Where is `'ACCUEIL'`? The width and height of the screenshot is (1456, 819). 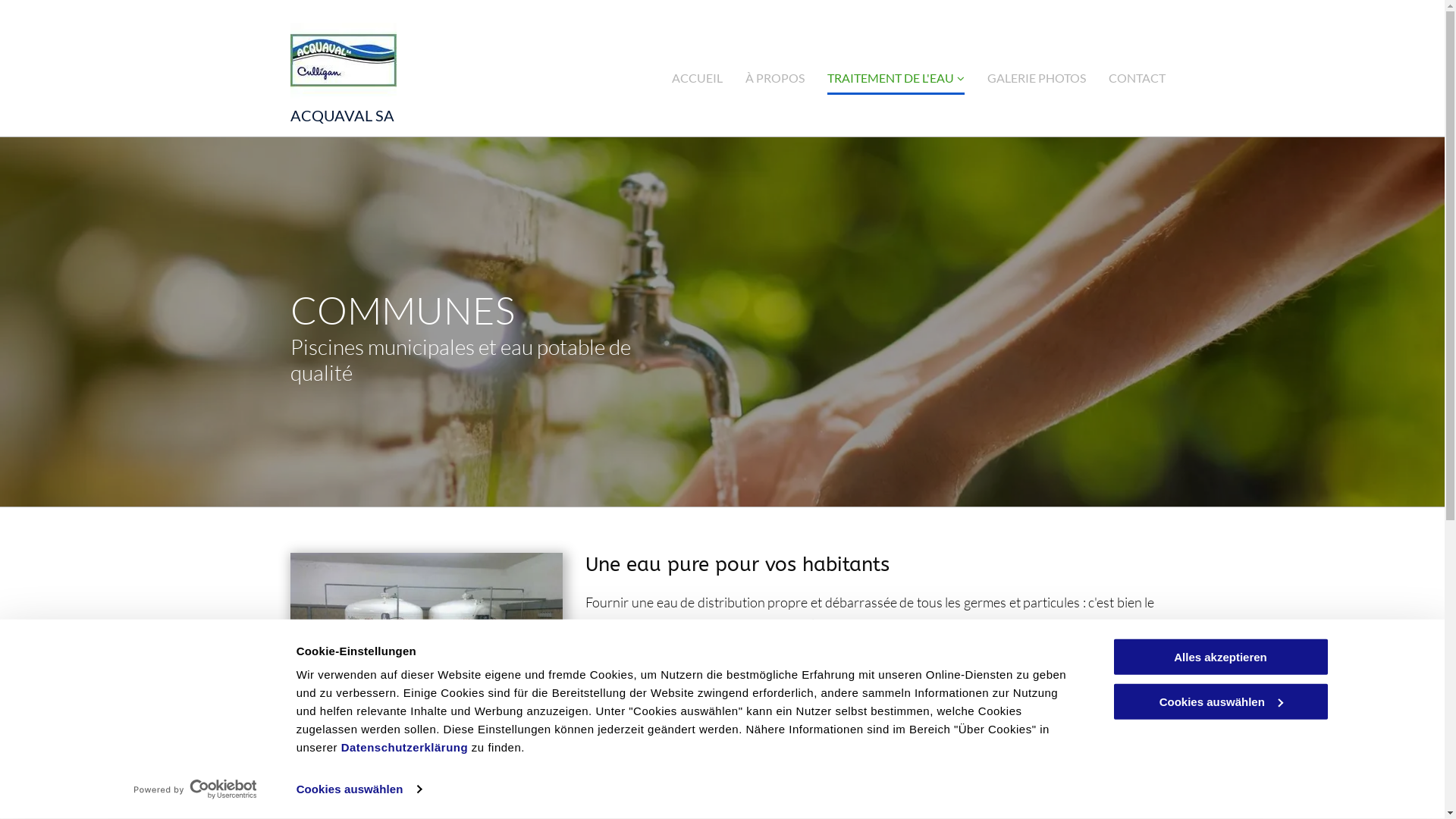
'ACCUEIL' is located at coordinates (696, 77).